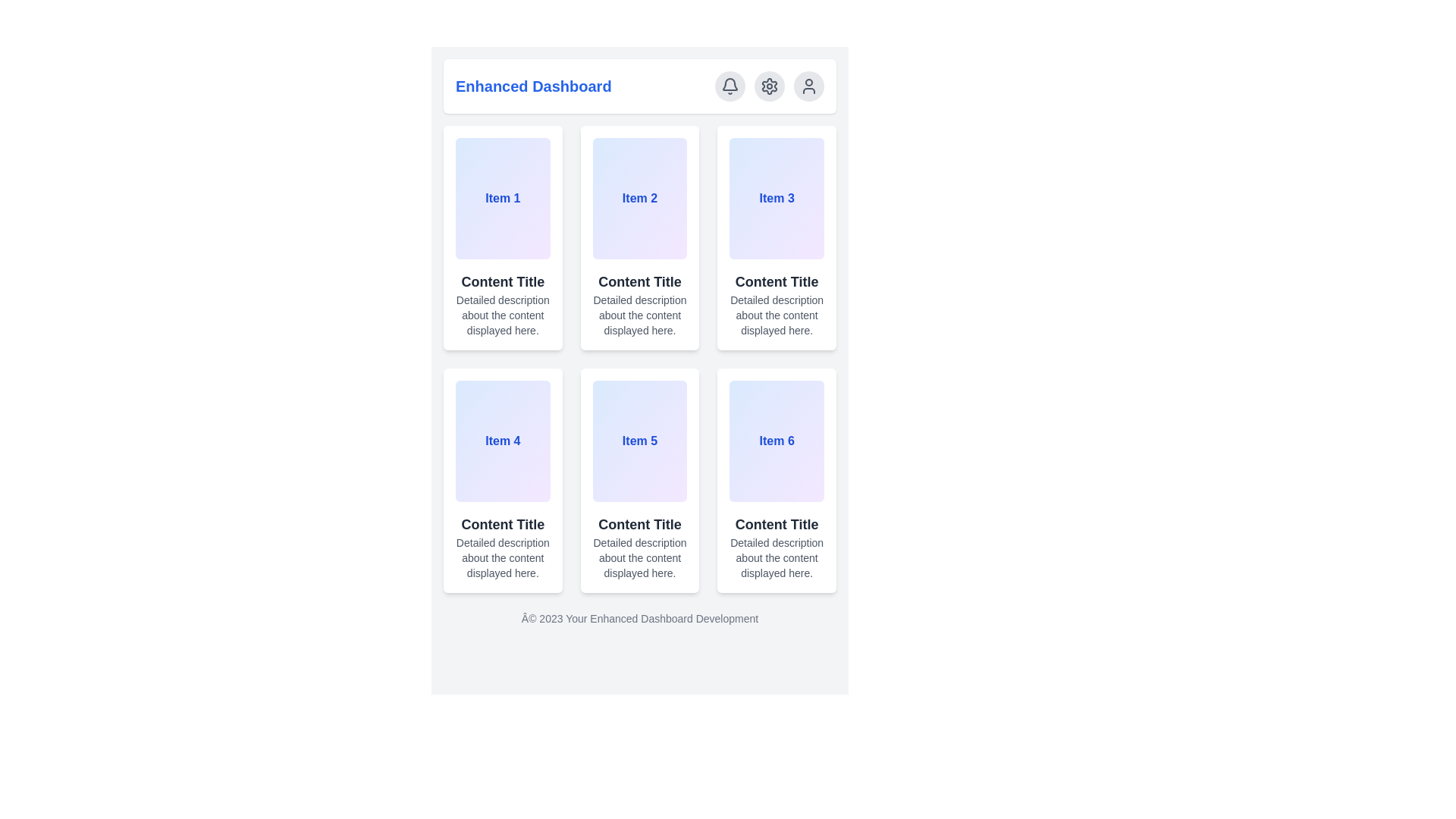 This screenshot has height=819, width=1456. I want to click on the footer text section displaying 'Â© 2023 Your Enhanced Dashboard Development', which is styled with centered alignment and gray color, located at the bottom of the page, so click(640, 619).